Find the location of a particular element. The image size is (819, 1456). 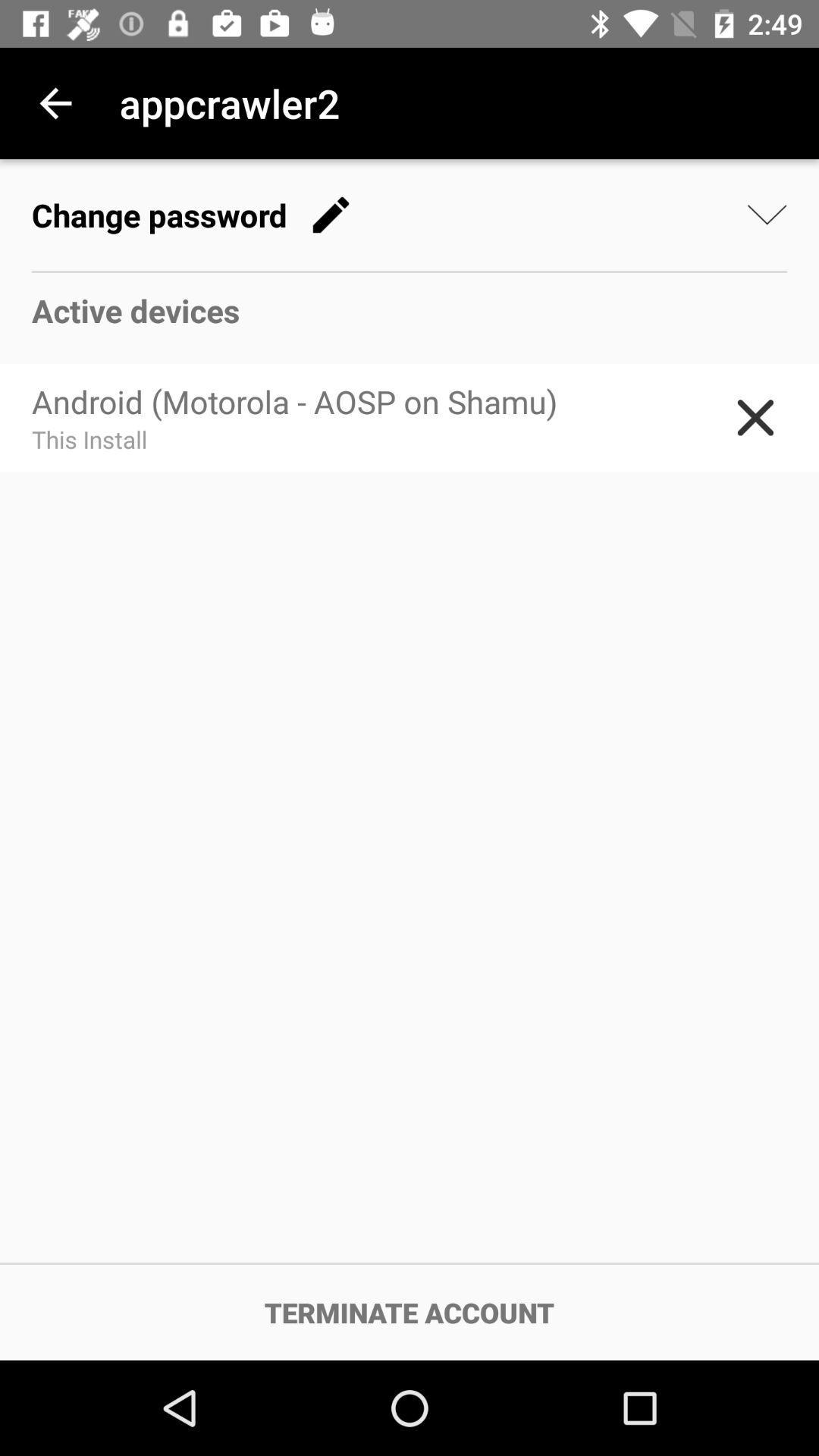

the item to the right of the android motorola aosp is located at coordinates (755, 417).